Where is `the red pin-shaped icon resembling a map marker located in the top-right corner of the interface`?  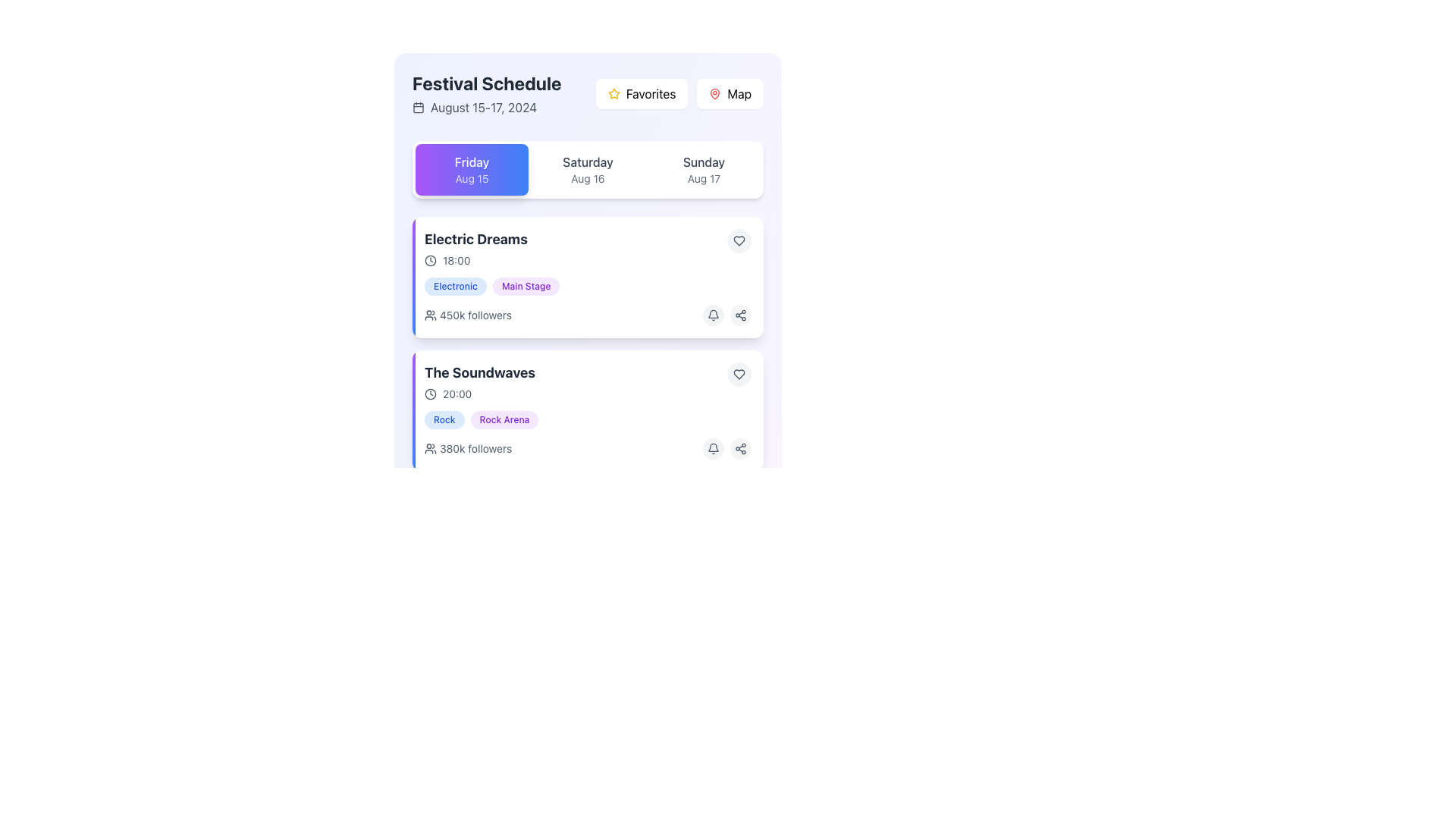 the red pin-shaped icon resembling a map marker located in the top-right corner of the interface is located at coordinates (714, 93).